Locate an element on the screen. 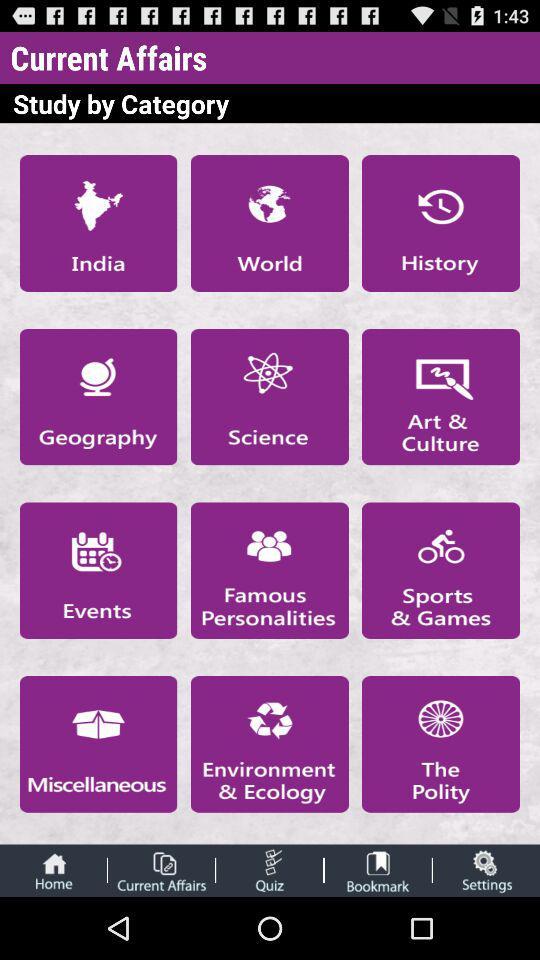 This screenshot has width=540, height=960. events is located at coordinates (97, 570).